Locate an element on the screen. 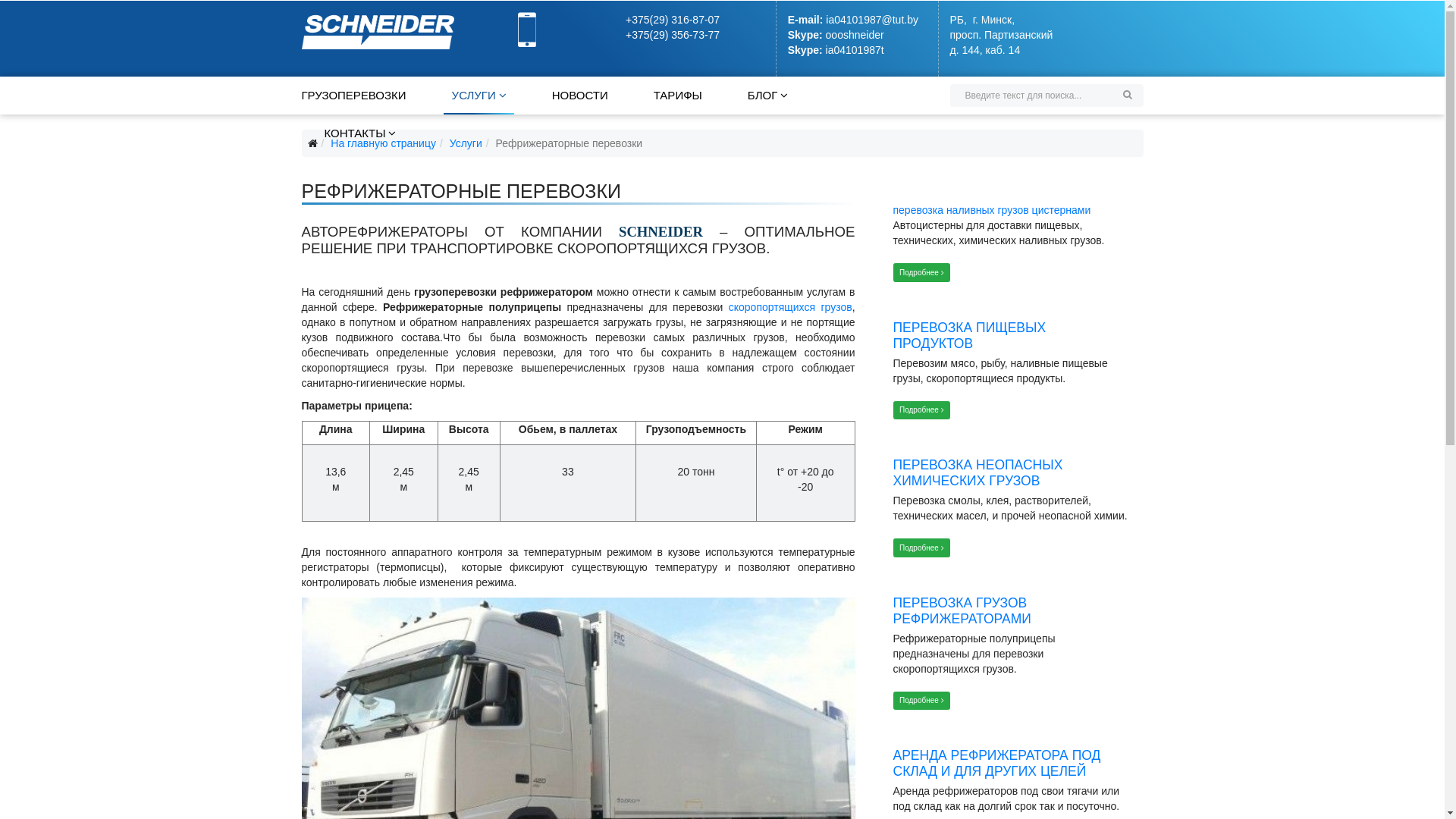  '+375(29) 316-87-07' is located at coordinates (672, 20).